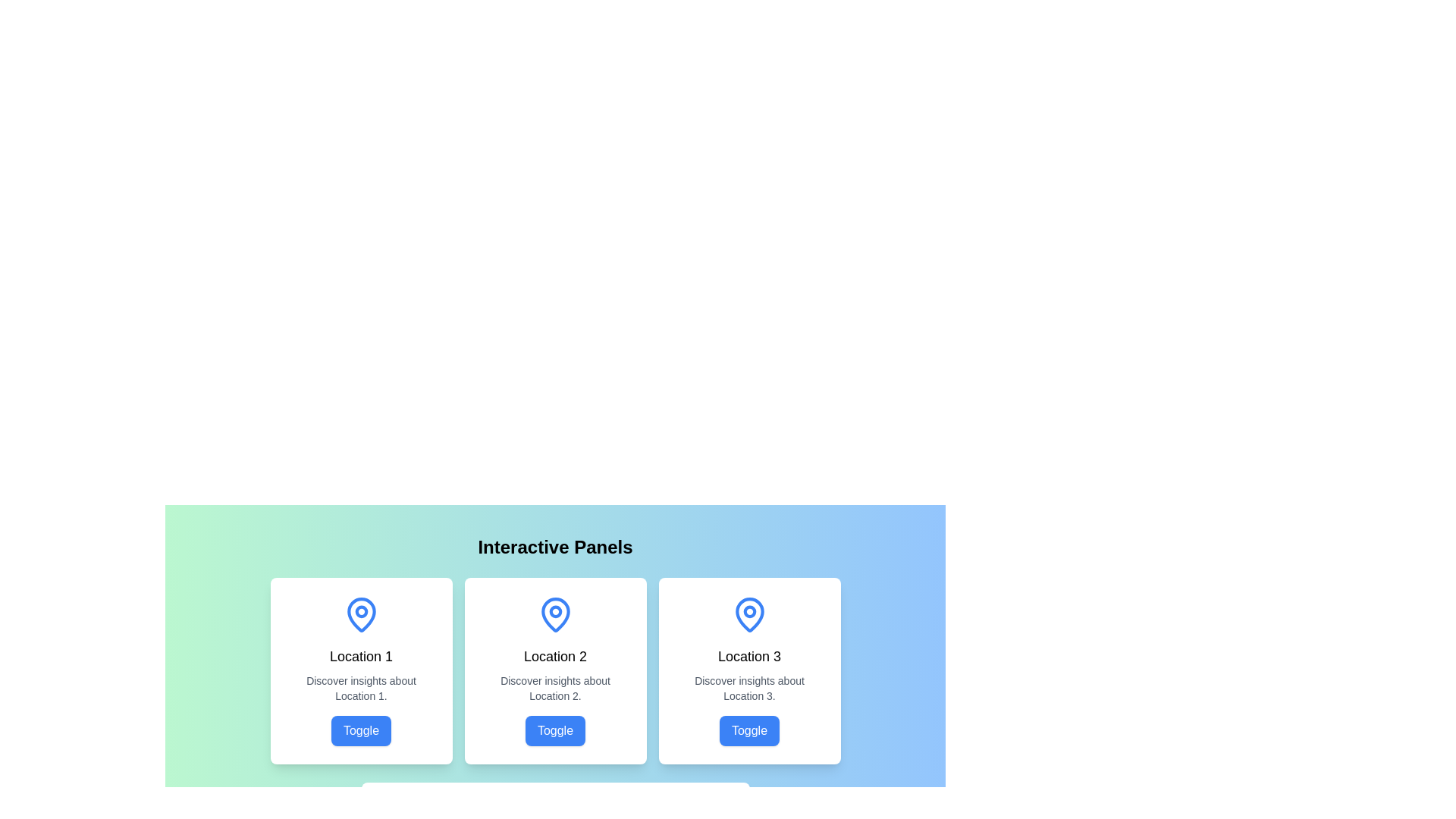 This screenshot has height=819, width=1456. Describe the element at coordinates (360, 614) in the screenshot. I see `the visual appearance of the location icon positioned above the text 'Location 1' in the first interactive card` at that location.